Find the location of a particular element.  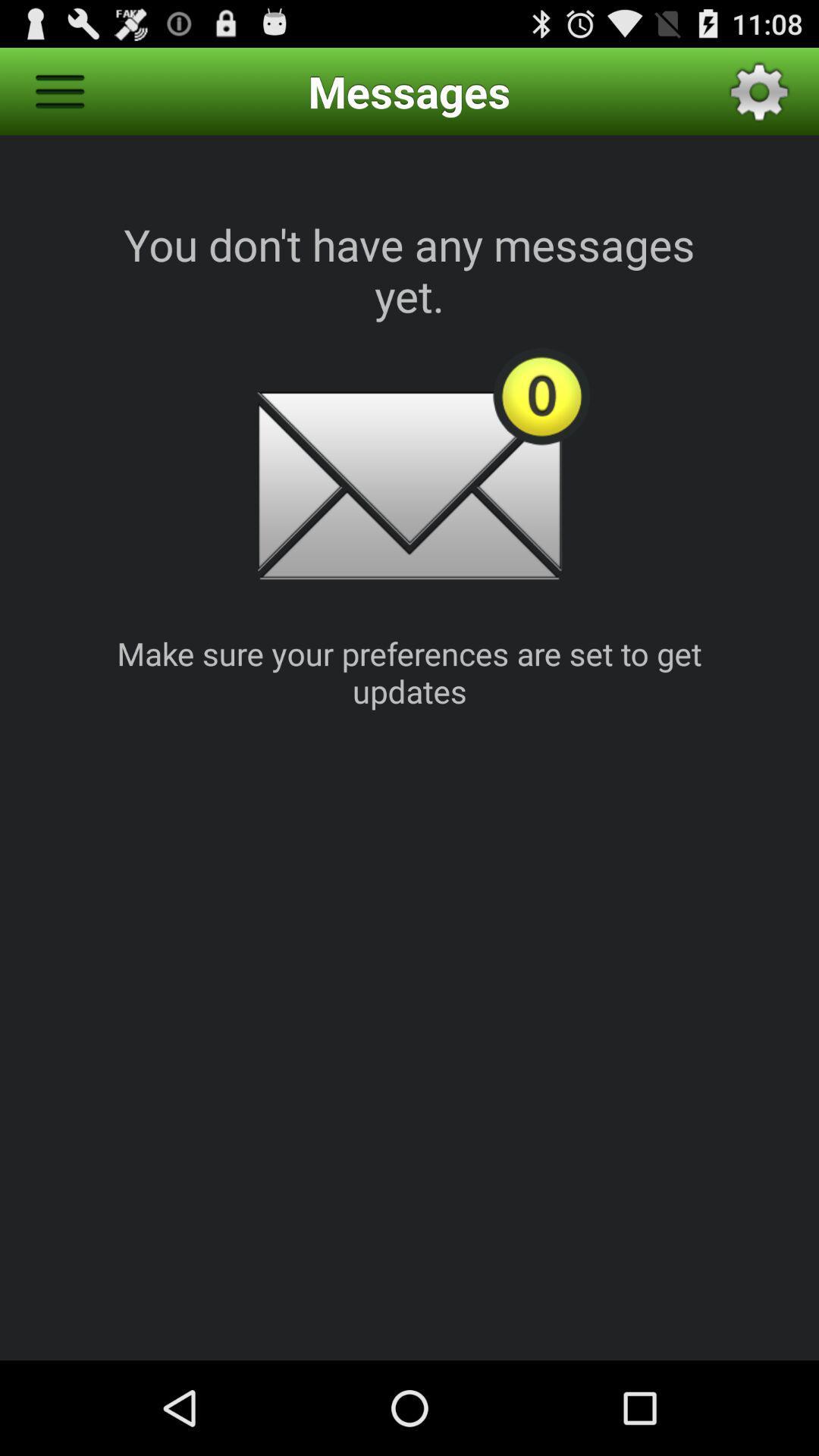

the icon at the top right corner is located at coordinates (759, 90).